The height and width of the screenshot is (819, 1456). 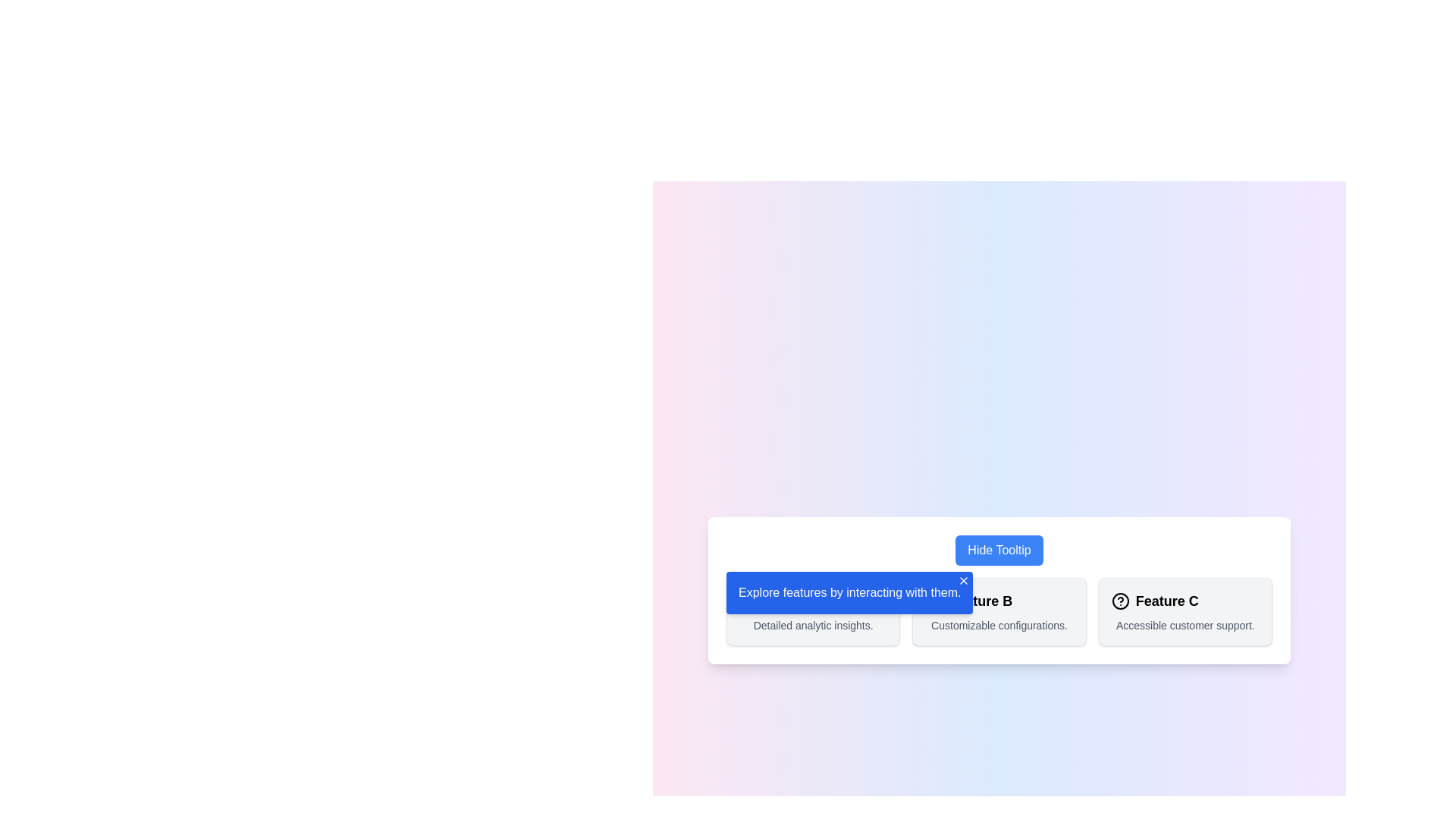 What do you see at coordinates (1166, 601) in the screenshot?
I see `the text label for 'Feature C', which is positioned in the third column of the layout, to the right of 'Feature B'` at bounding box center [1166, 601].